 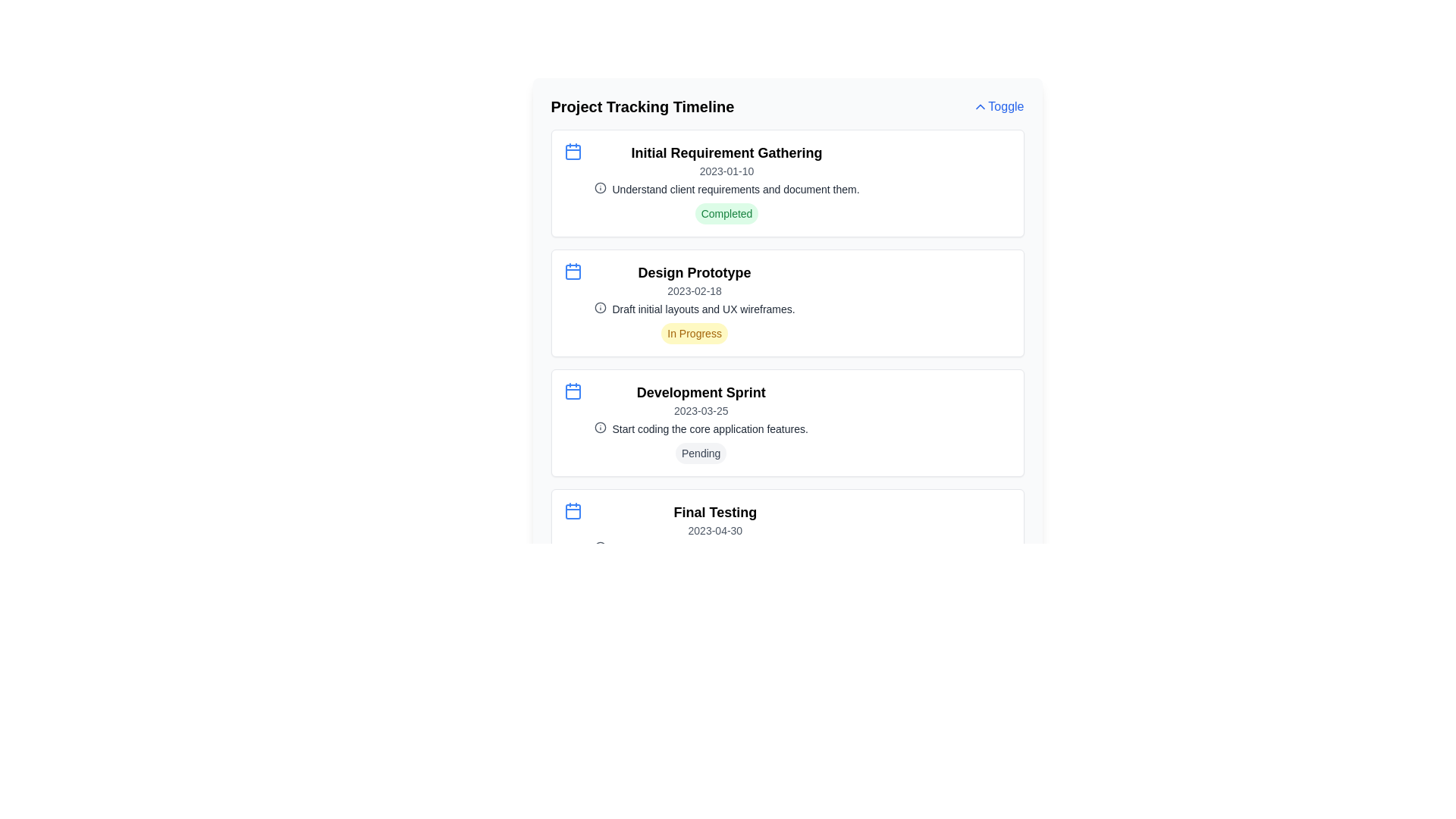 What do you see at coordinates (599, 307) in the screenshot?
I see `the informational icon located in the 'Design Prototype' section of the timeline, positioned to the left before the text of the 'Initial Requirement Gathering' section` at bounding box center [599, 307].